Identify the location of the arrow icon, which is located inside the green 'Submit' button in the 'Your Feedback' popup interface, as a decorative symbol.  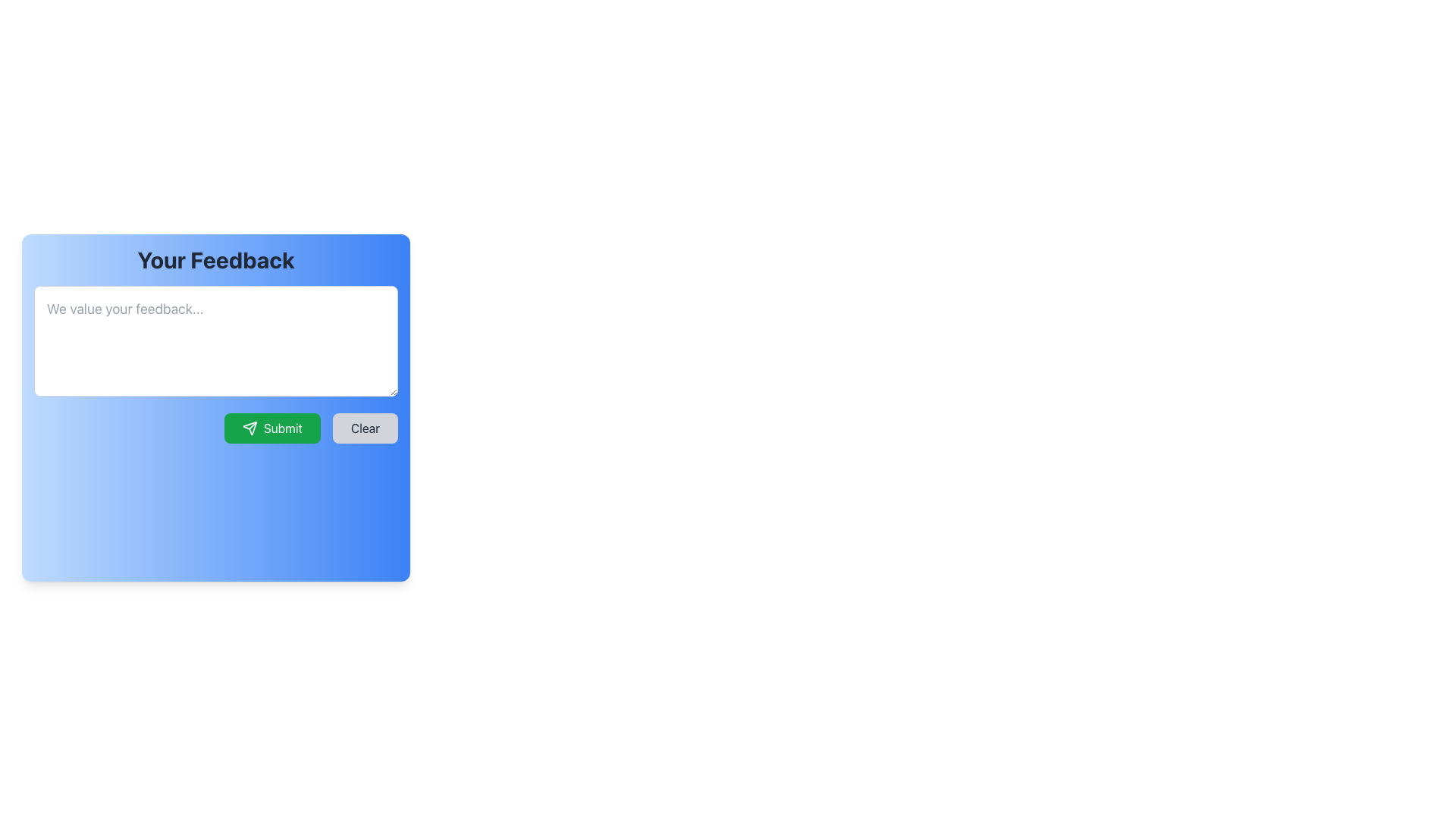
(249, 428).